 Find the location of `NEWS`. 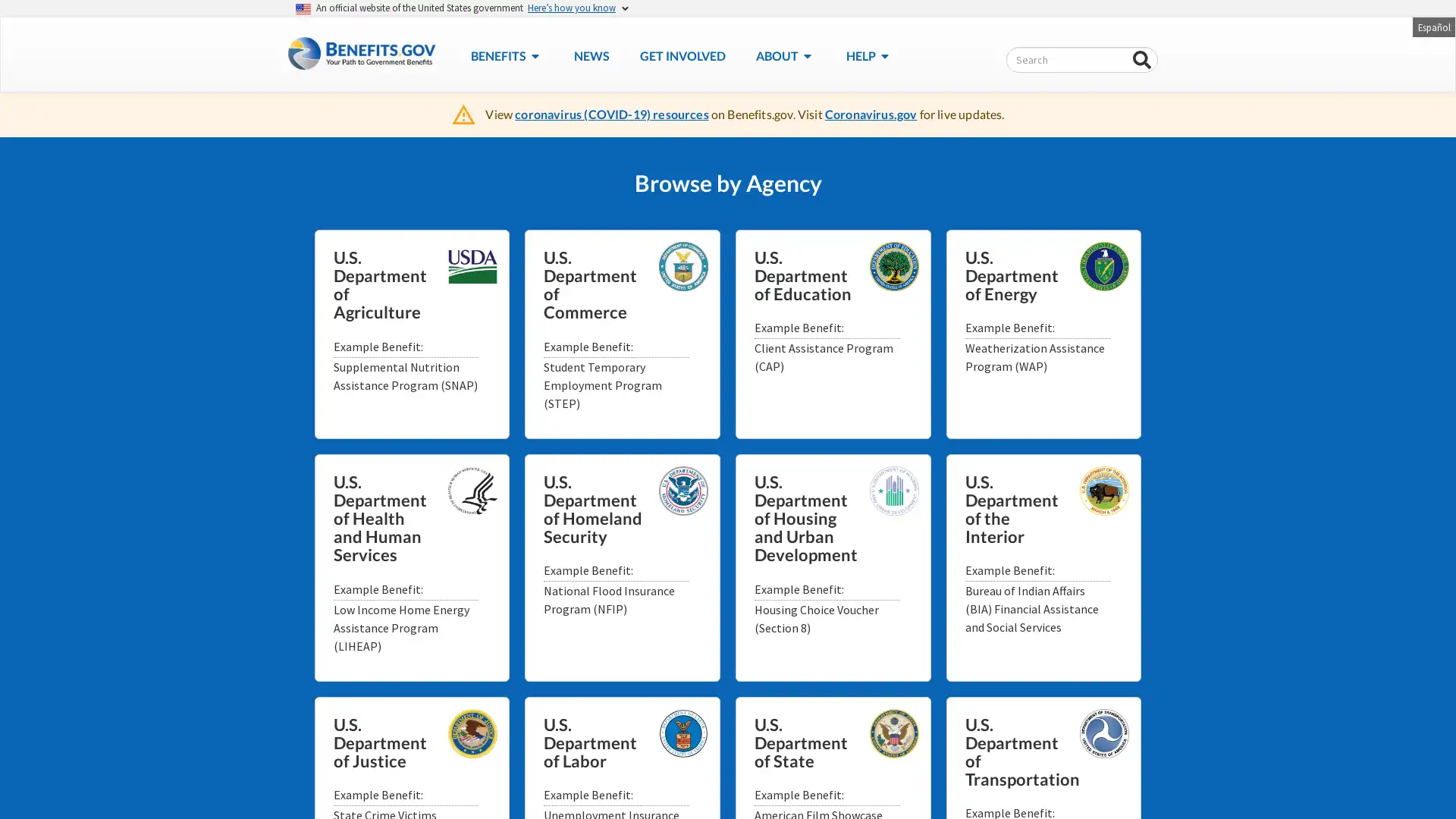

NEWS is located at coordinates (590, 55).